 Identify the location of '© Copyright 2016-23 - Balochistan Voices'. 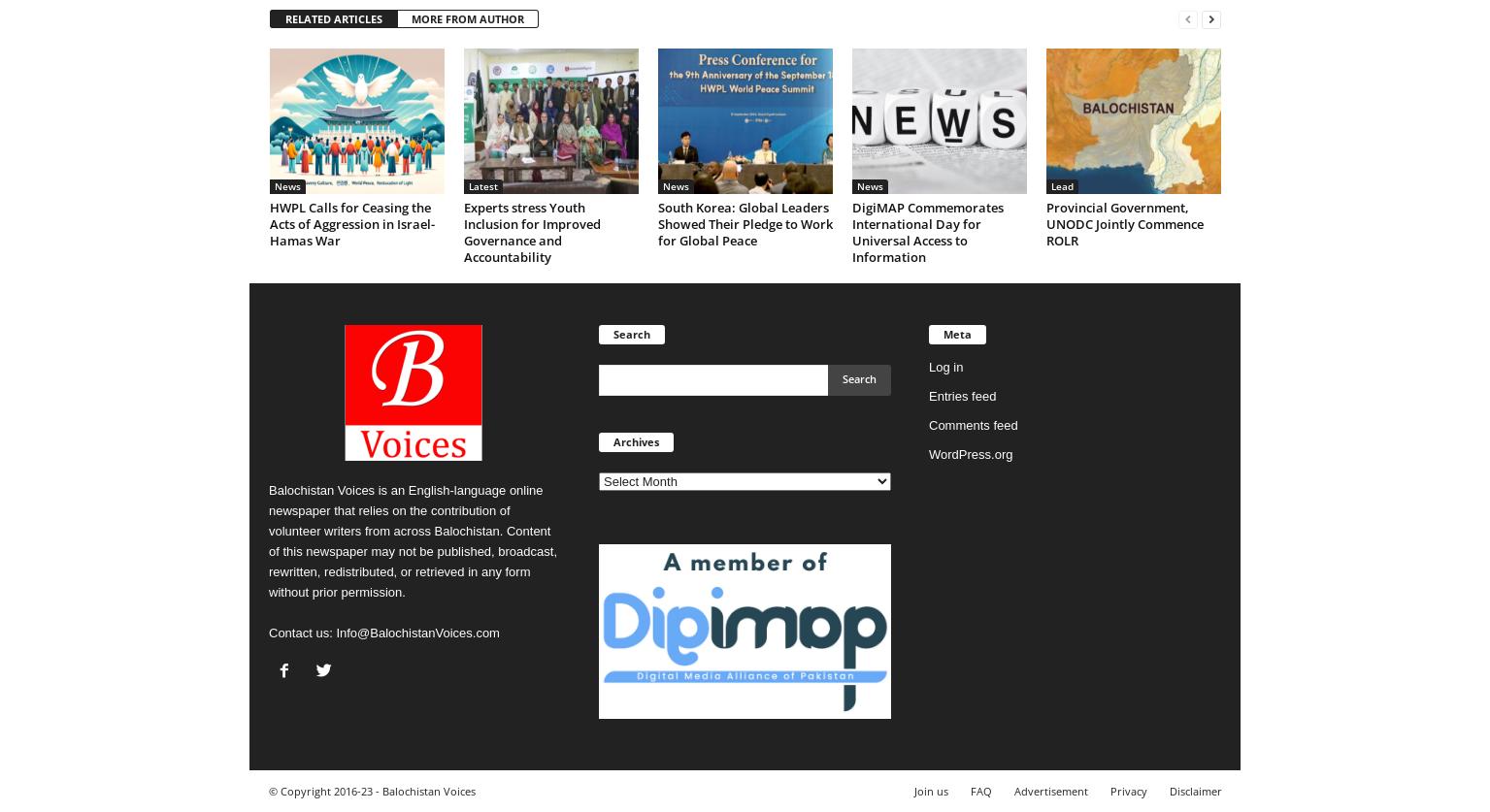
(268, 790).